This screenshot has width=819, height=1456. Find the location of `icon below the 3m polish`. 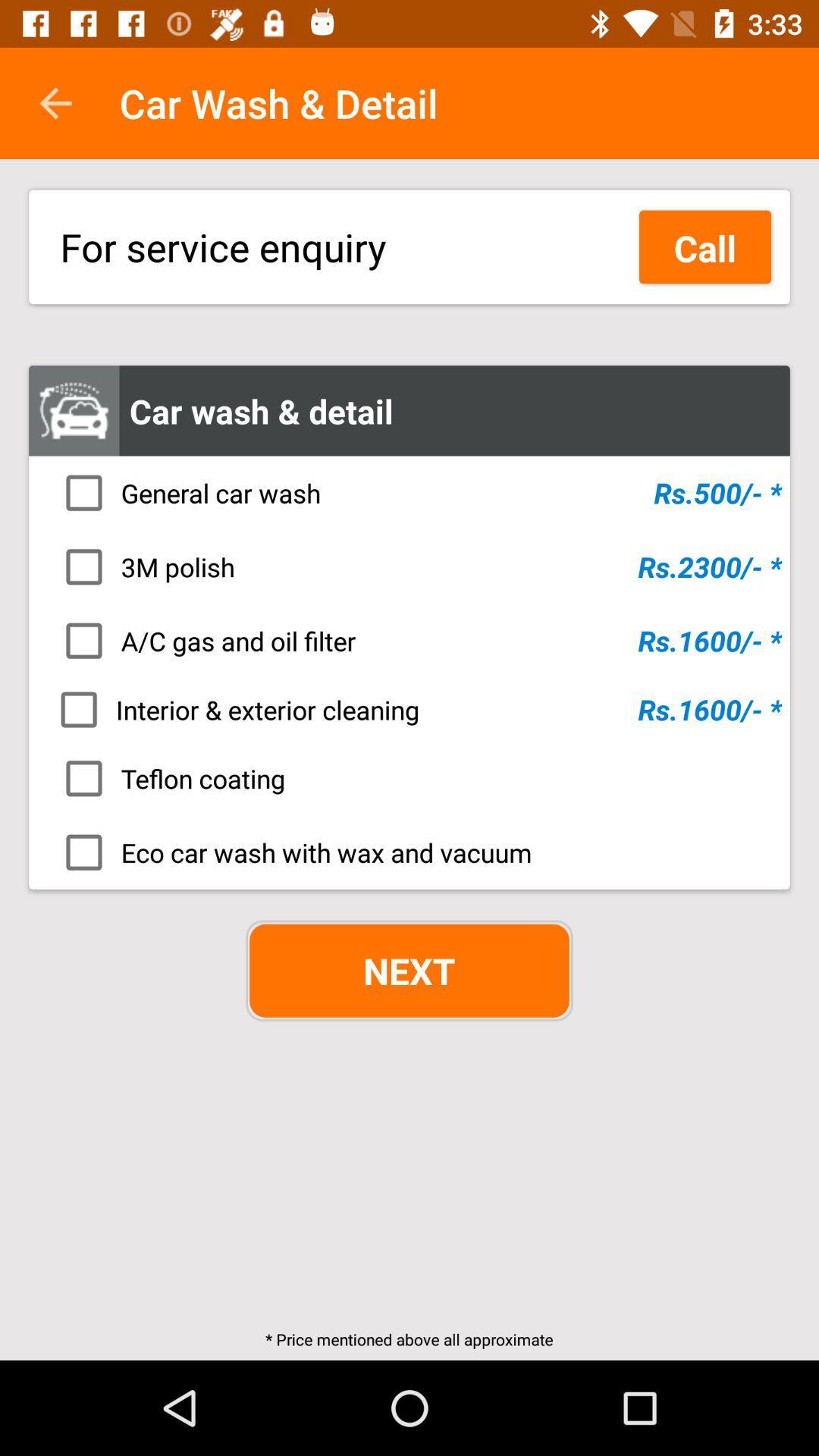

icon below the 3m polish is located at coordinates (414, 641).